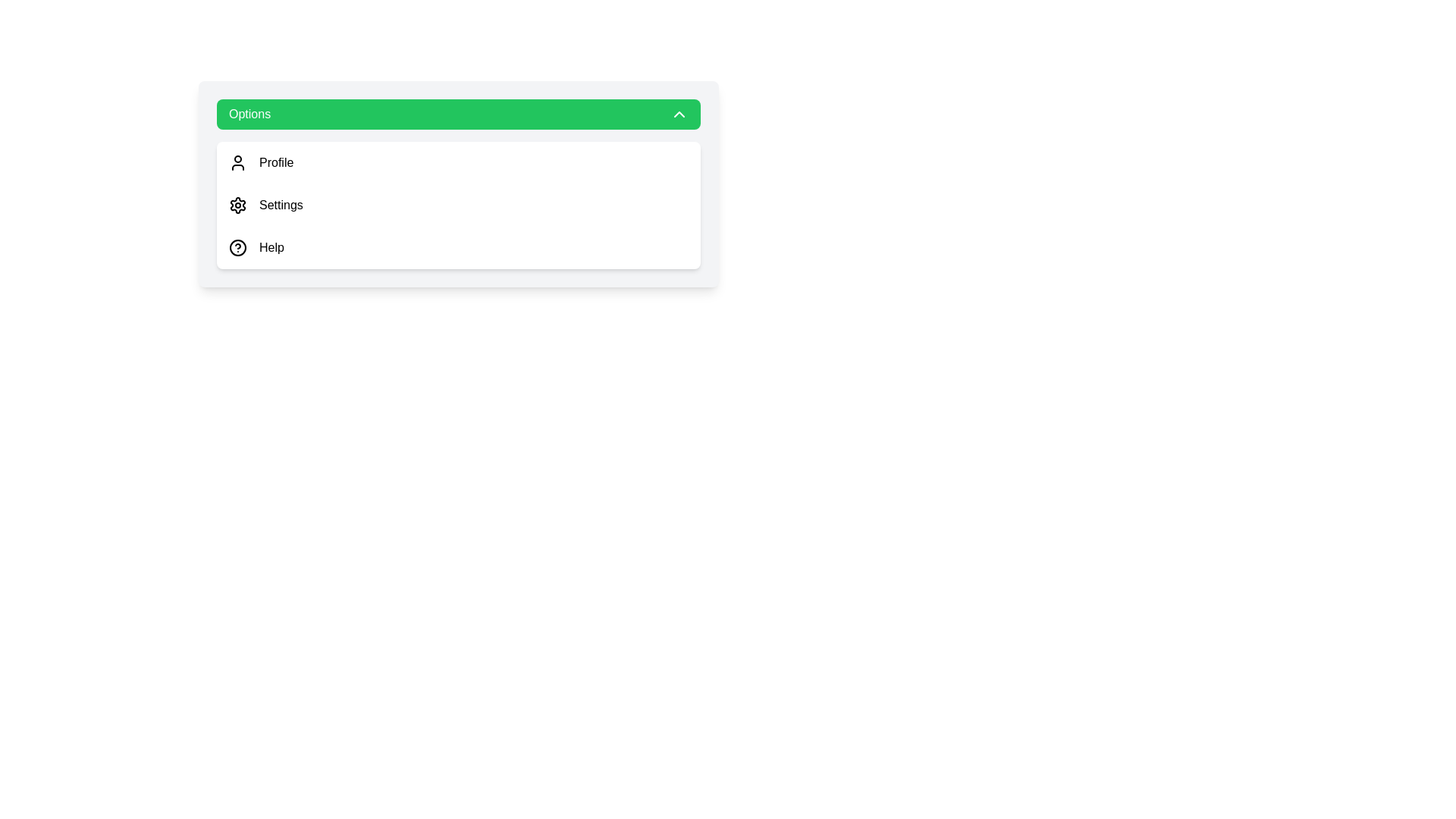 Image resolution: width=1456 pixels, height=819 pixels. What do you see at coordinates (271, 247) in the screenshot?
I see `text label that says 'Help', which is styled in a sans-serif font and is black in color, located to the right of a help icon in the lower section of a dropdown menu` at bounding box center [271, 247].